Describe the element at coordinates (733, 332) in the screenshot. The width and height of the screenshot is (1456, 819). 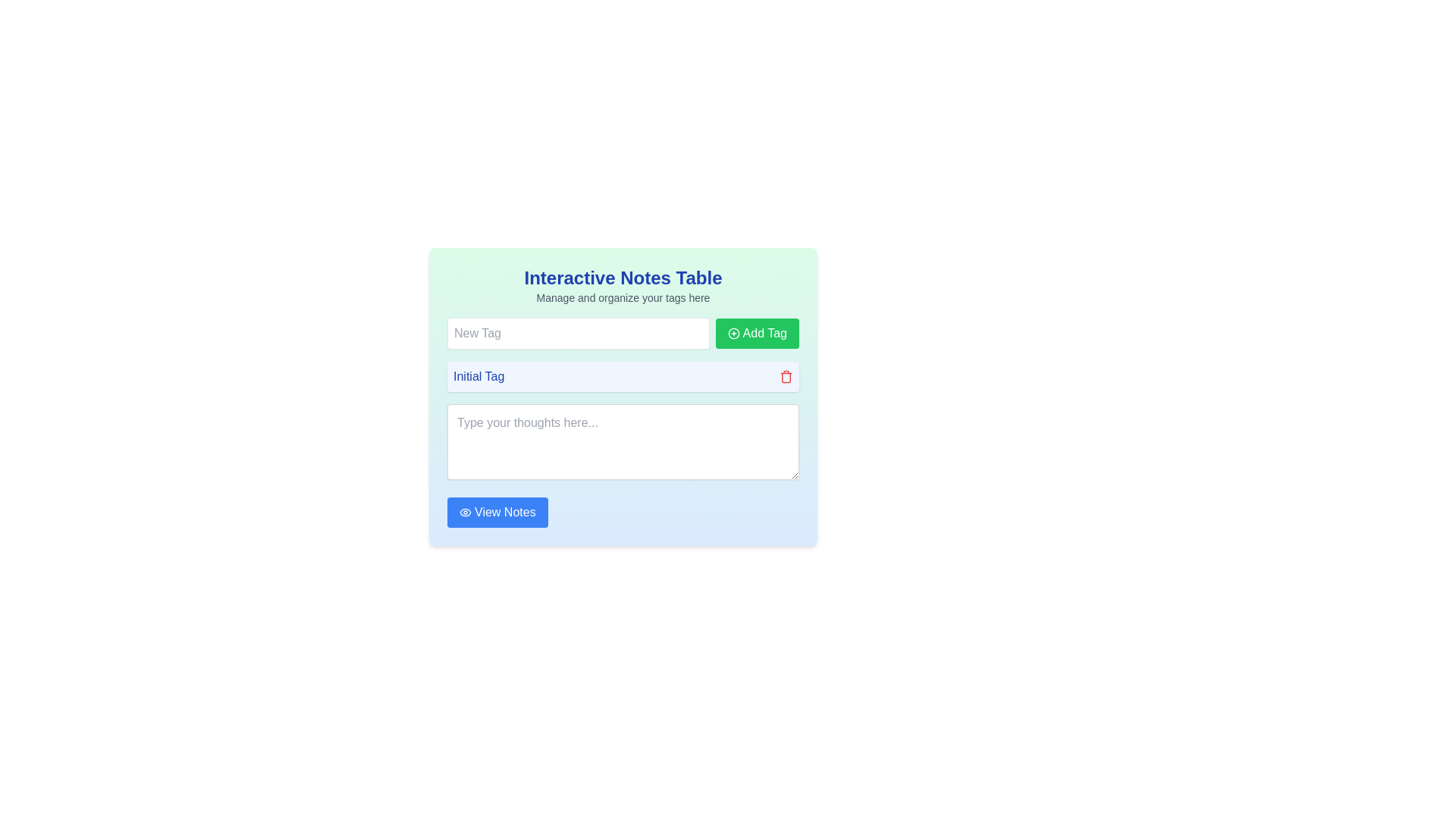
I see `the visual indication provided by the 'Add Tag' icon located at the top-right corner of the 'Add Tag' button, aligned with the text label 'Add Tag'` at that location.